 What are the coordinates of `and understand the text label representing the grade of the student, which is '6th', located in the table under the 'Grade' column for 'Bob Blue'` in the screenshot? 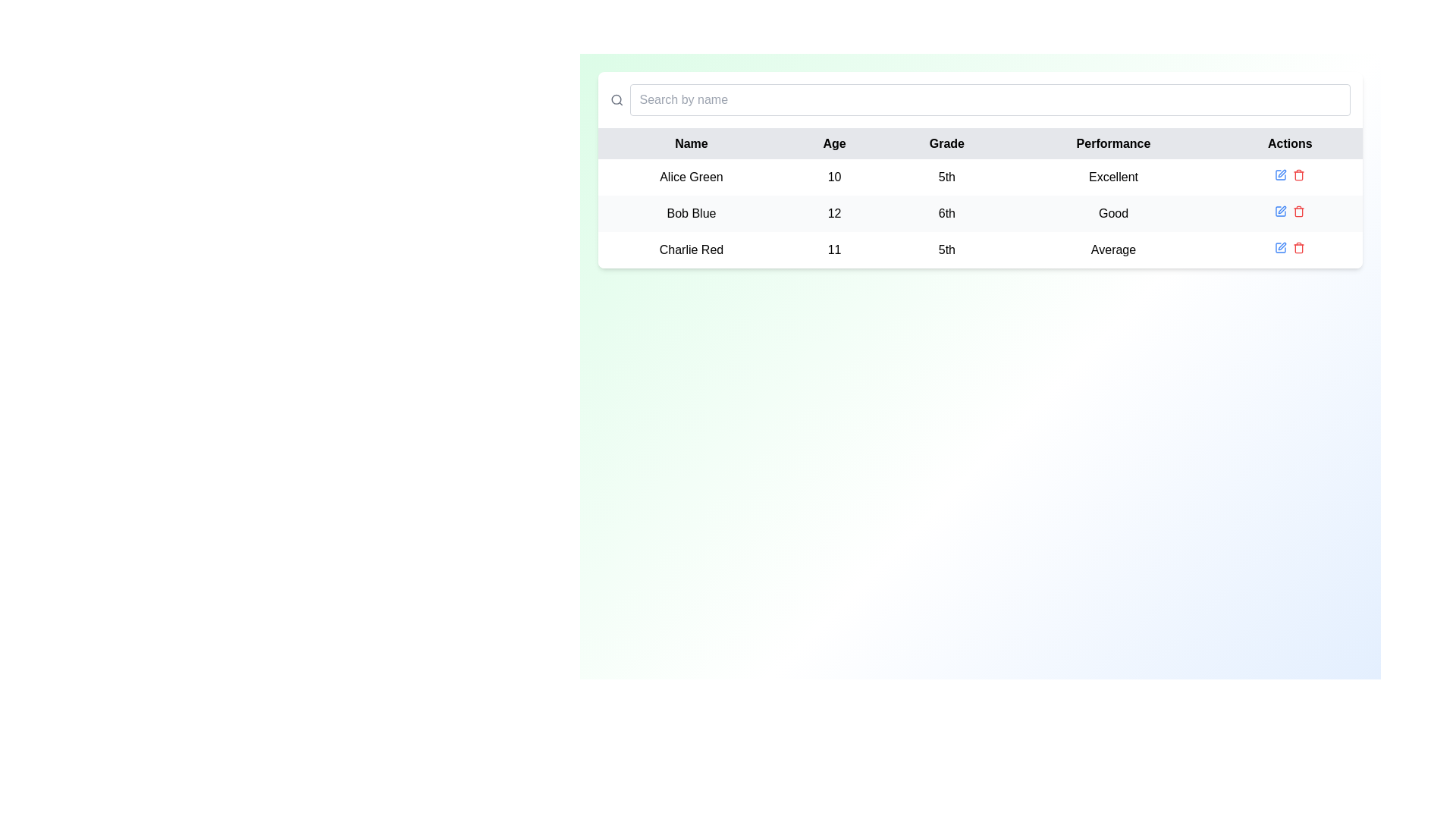 It's located at (946, 213).